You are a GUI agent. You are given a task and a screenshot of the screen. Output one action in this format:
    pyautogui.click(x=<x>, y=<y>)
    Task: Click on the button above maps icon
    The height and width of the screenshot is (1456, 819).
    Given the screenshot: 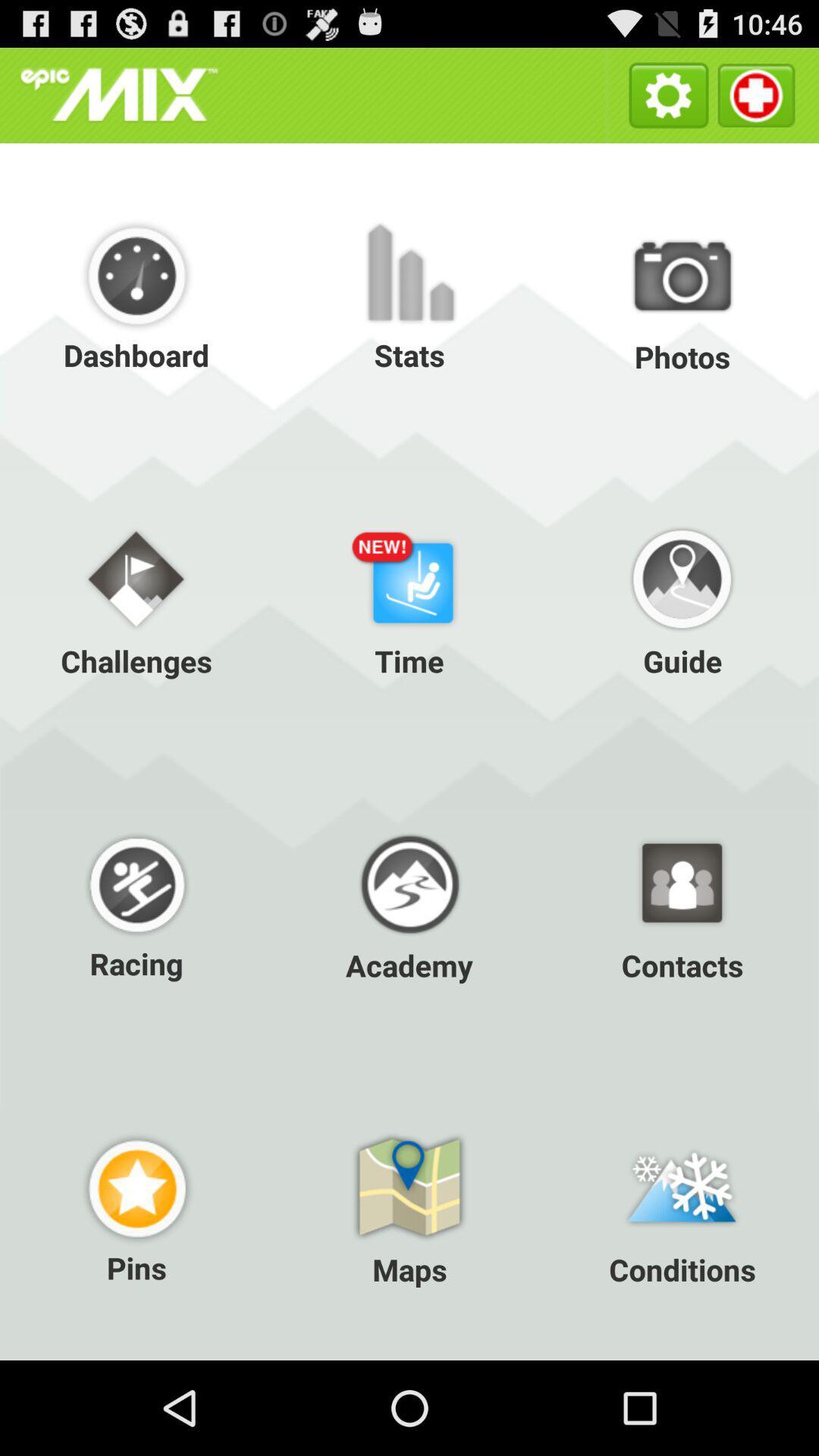 What is the action you would take?
    pyautogui.click(x=136, y=904)
    